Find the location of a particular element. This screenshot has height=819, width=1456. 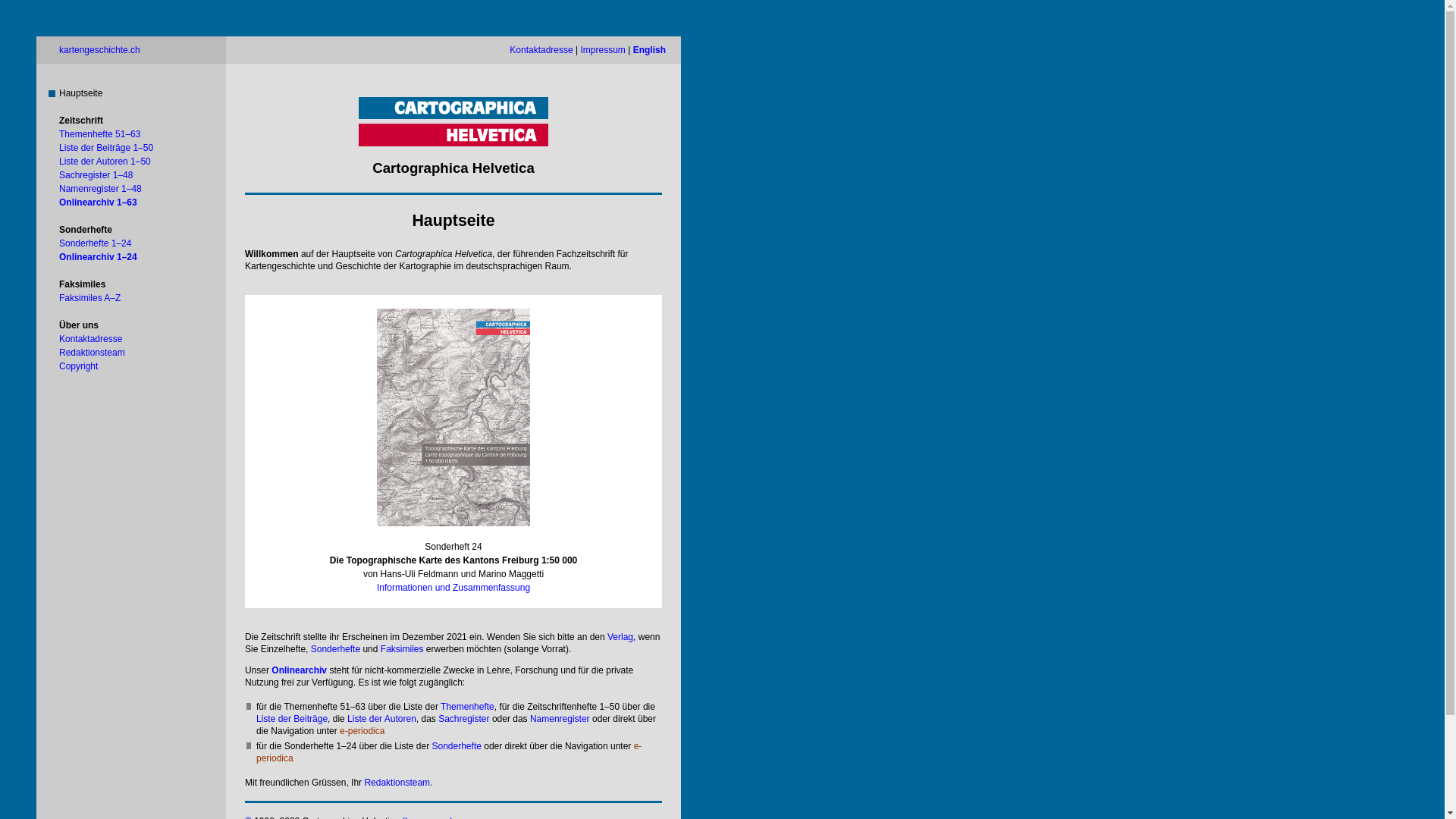

'Kontaktadresse' is located at coordinates (89, 338).